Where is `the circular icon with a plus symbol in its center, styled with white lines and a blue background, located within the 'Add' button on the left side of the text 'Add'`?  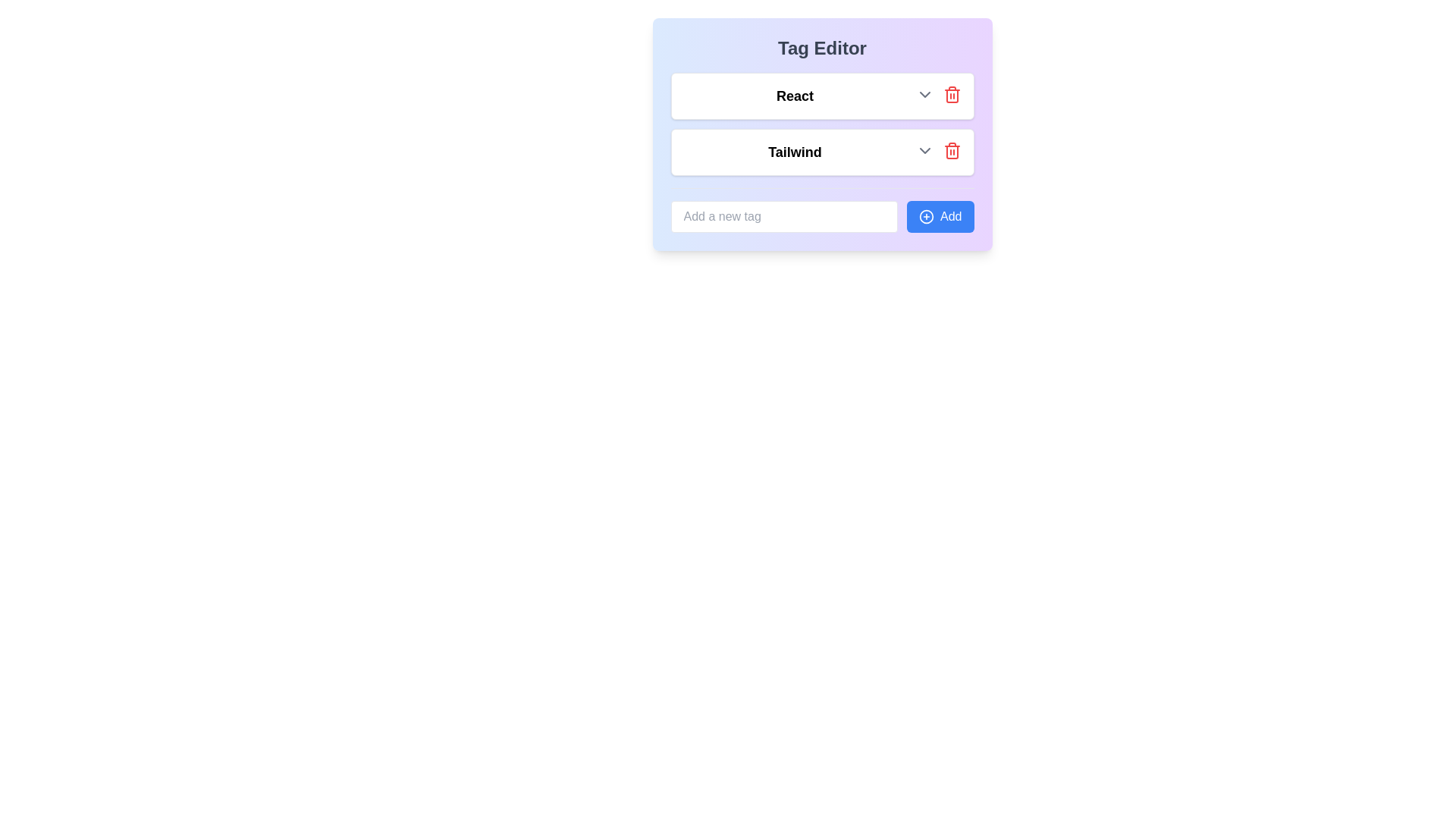
the circular icon with a plus symbol in its center, styled with white lines and a blue background, located within the 'Add' button on the left side of the text 'Add' is located at coordinates (926, 216).